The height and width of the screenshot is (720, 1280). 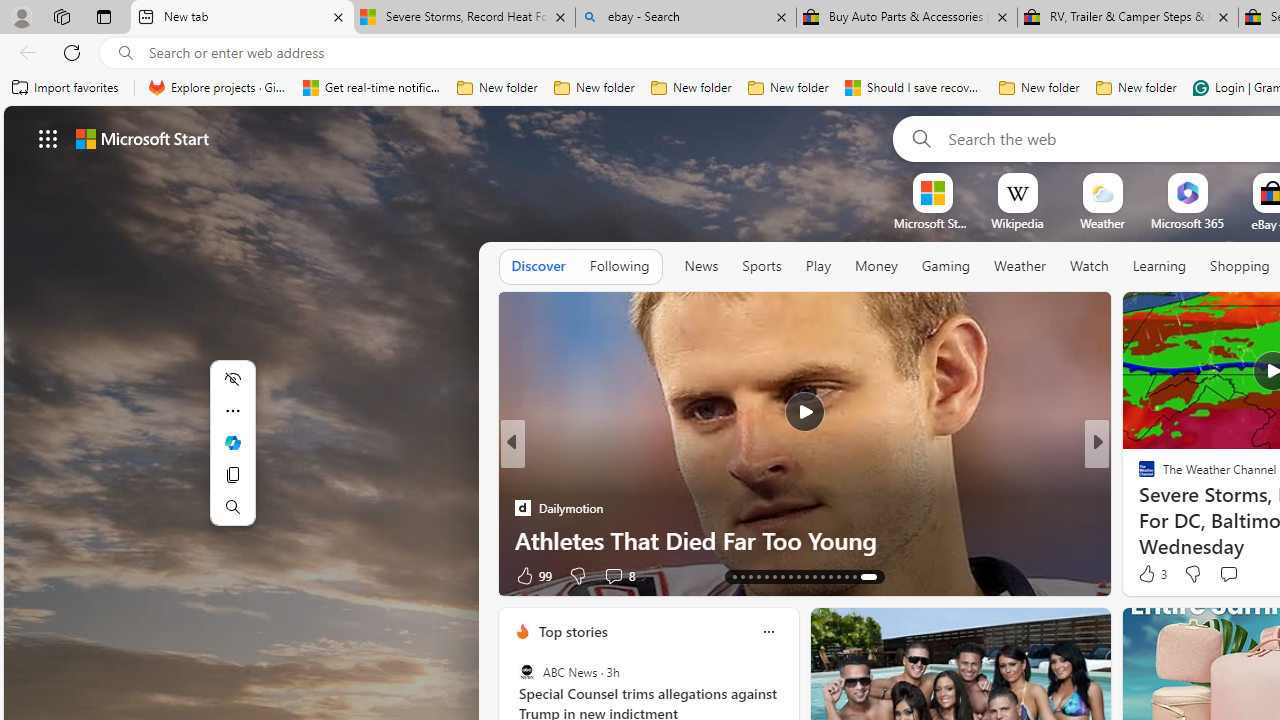 What do you see at coordinates (48, 137) in the screenshot?
I see `'App launcher'` at bounding box center [48, 137].